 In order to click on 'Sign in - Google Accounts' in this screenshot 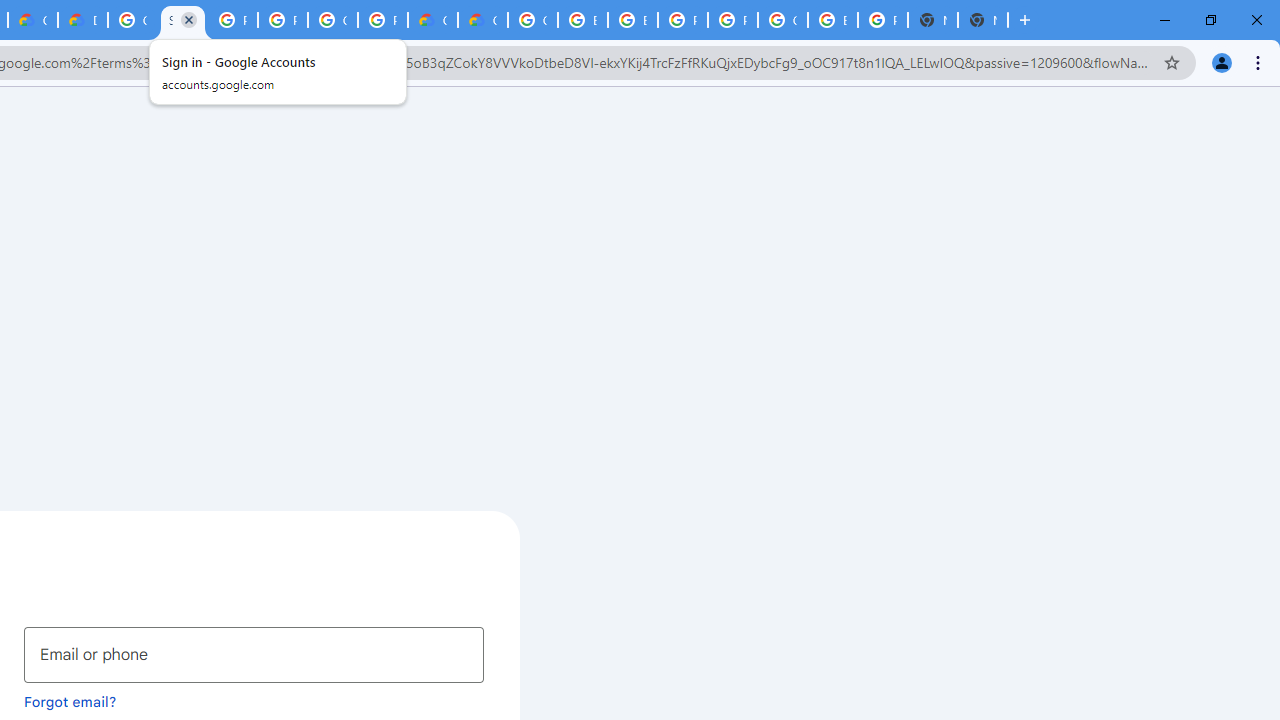, I will do `click(183, 20)`.